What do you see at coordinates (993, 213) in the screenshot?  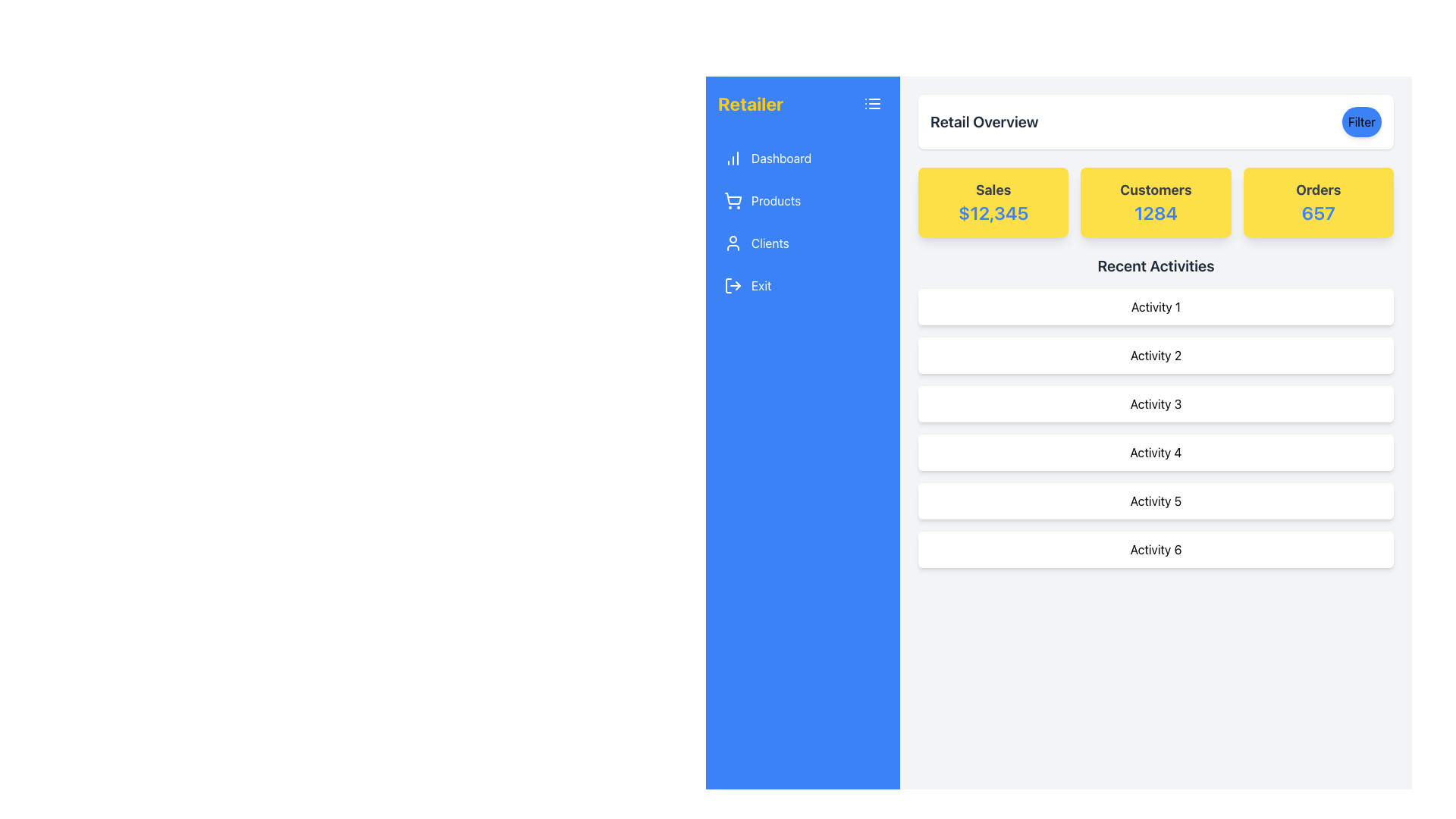 I see `text content of the Text Label displaying '$12,345', which is styled in bold blue font and centered within a yellow box labeled 'Sales'` at bounding box center [993, 213].